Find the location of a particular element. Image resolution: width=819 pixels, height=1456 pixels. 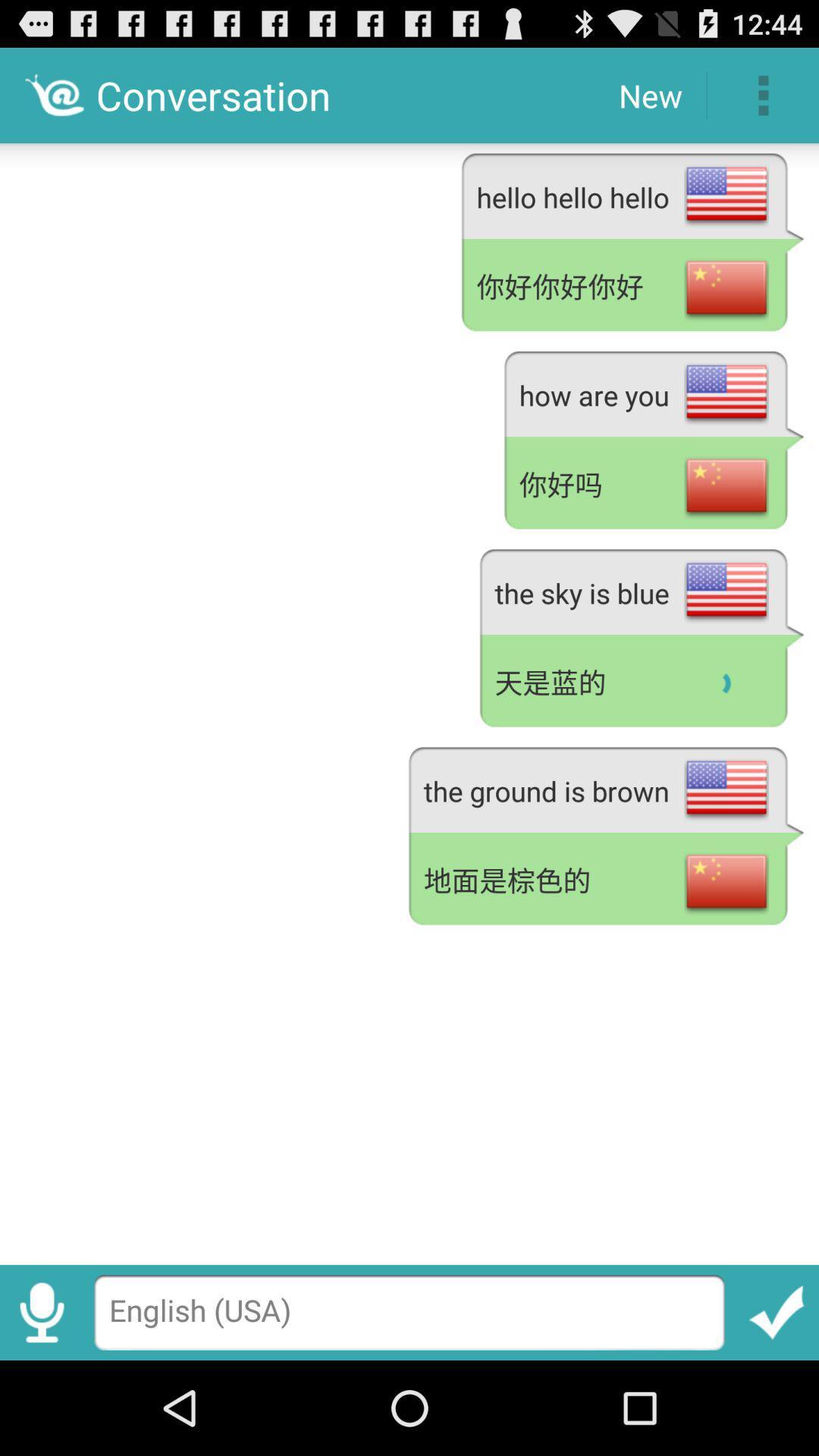

the check icon is located at coordinates (777, 1404).